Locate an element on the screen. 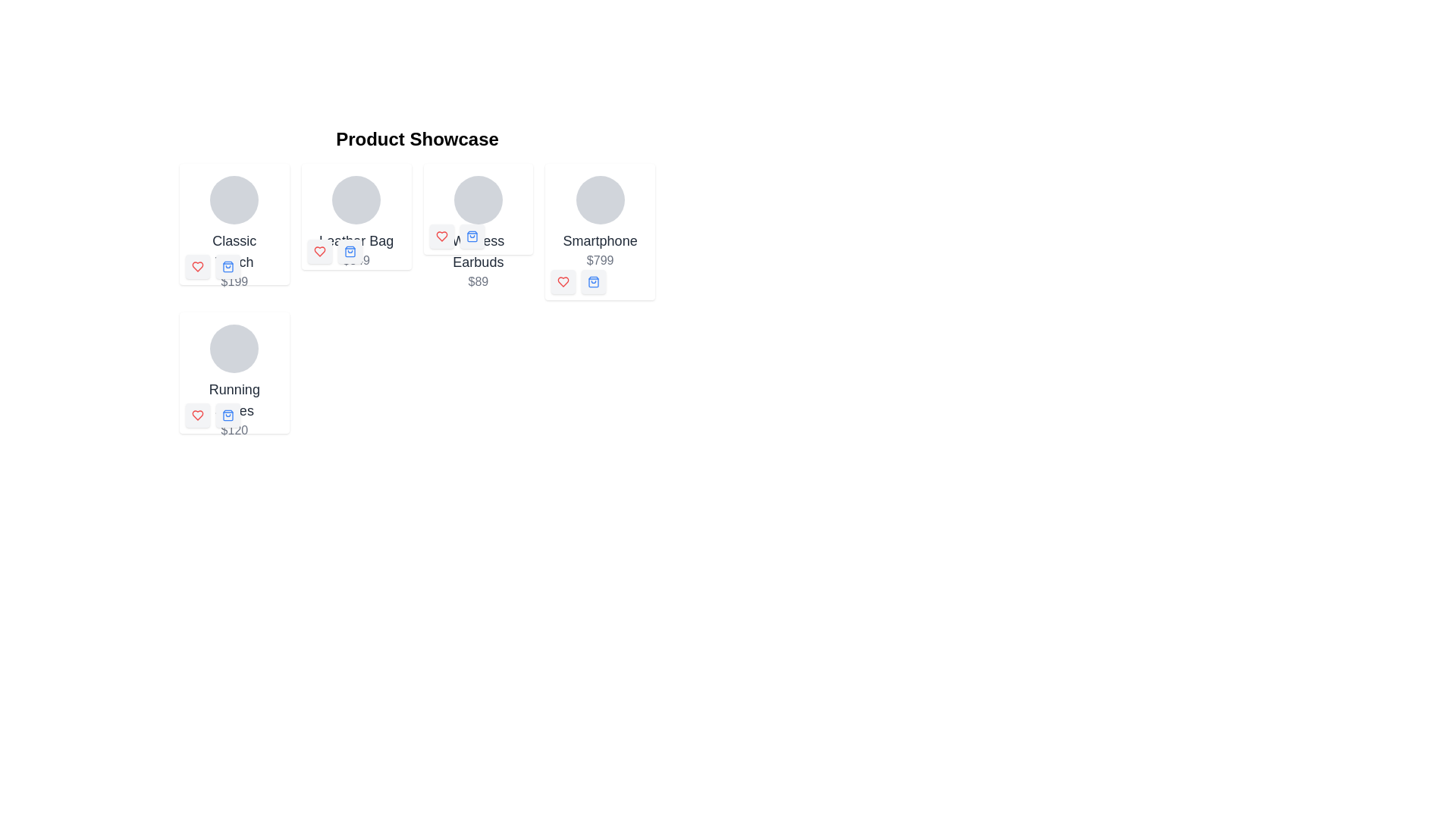  the heart icon outlined in red, located at the bottom-left of the product card labeled 'Wireless Earbuds $89' is located at coordinates (441, 237).